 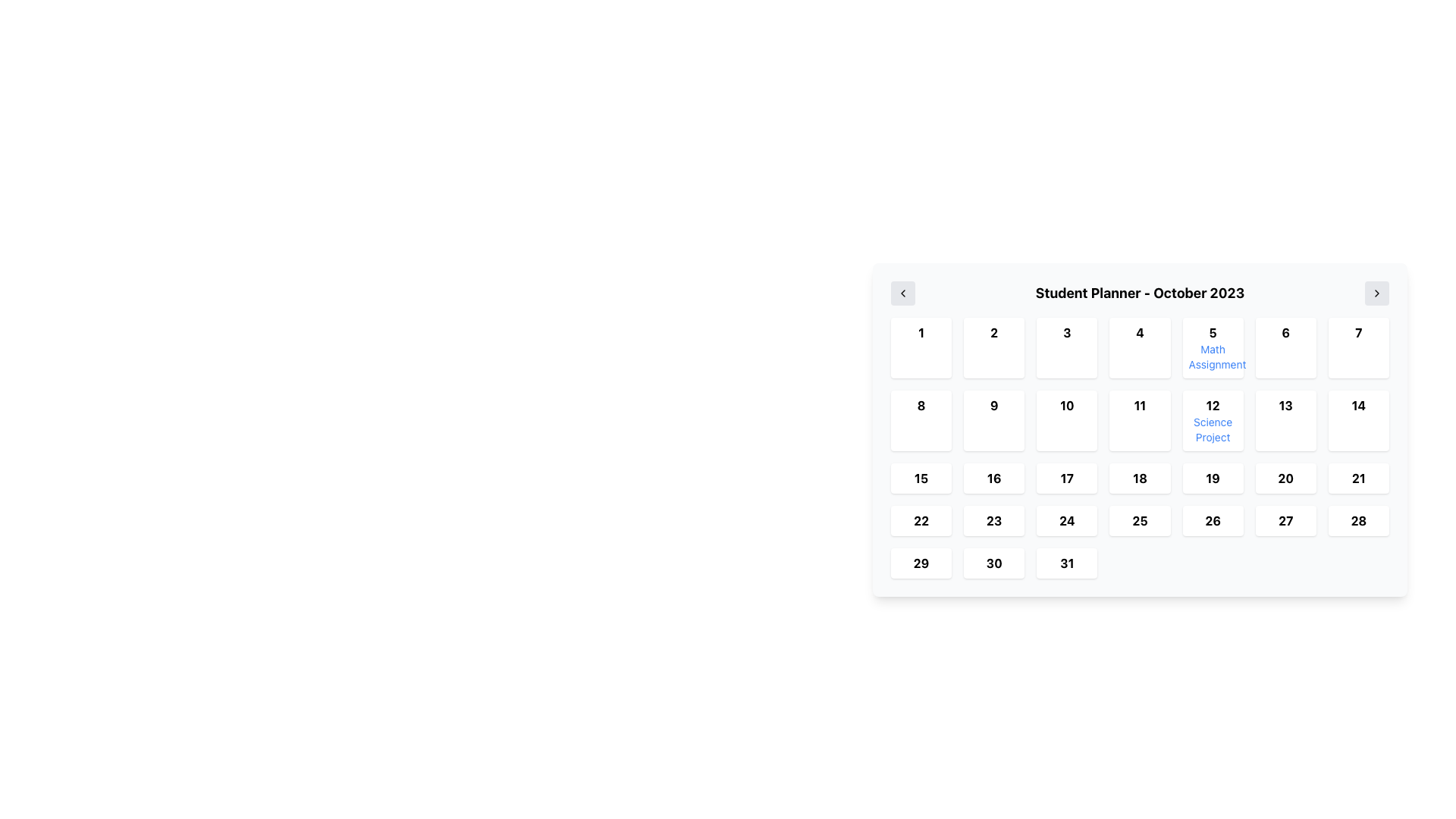 What do you see at coordinates (1140, 348) in the screenshot?
I see `the tile displaying the number '4' to trigger the tooltip` at bounding box center [1140, 348].